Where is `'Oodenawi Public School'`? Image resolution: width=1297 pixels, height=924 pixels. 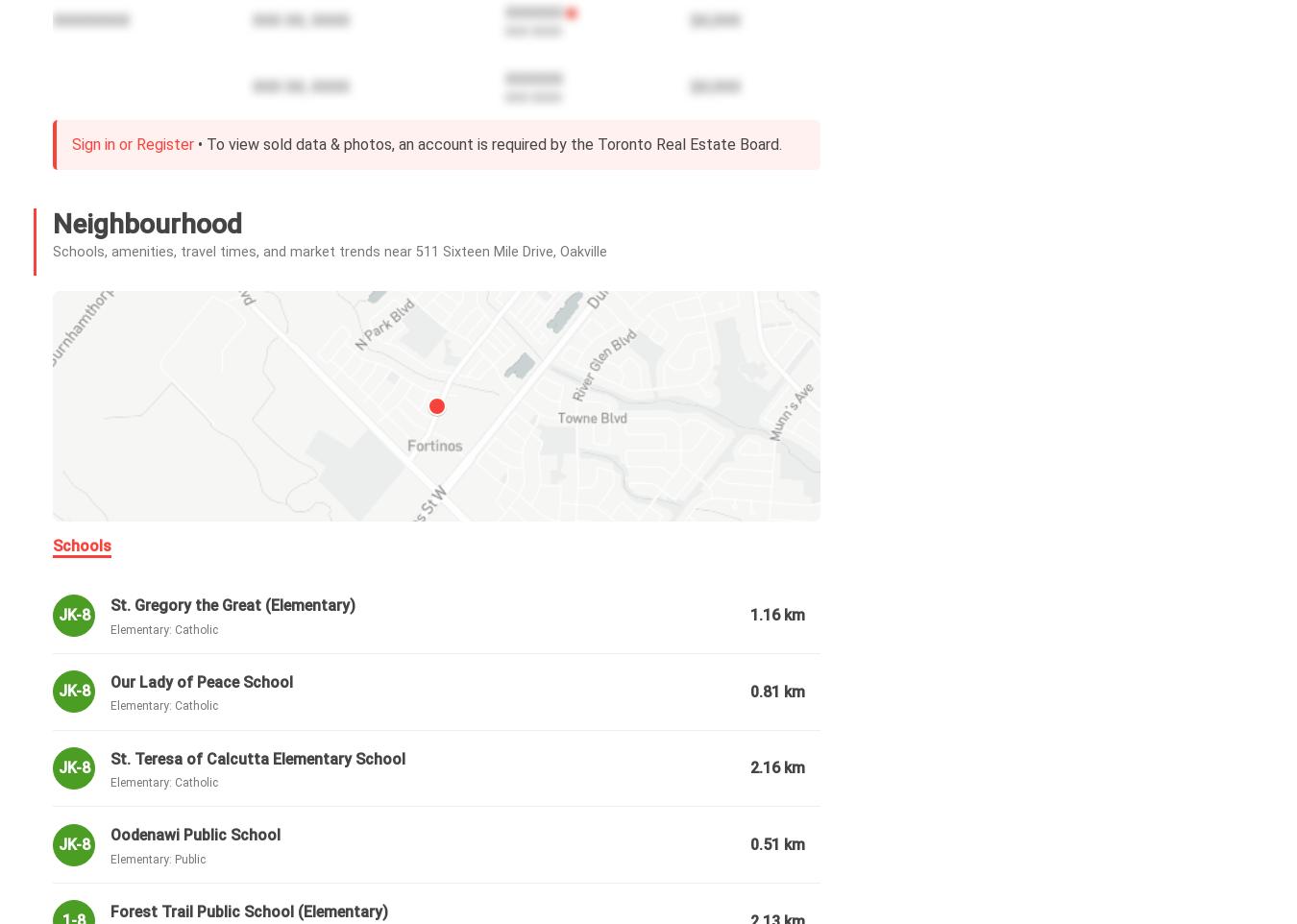 'Oodenawi Public School' is located at coordinates (195, 834).